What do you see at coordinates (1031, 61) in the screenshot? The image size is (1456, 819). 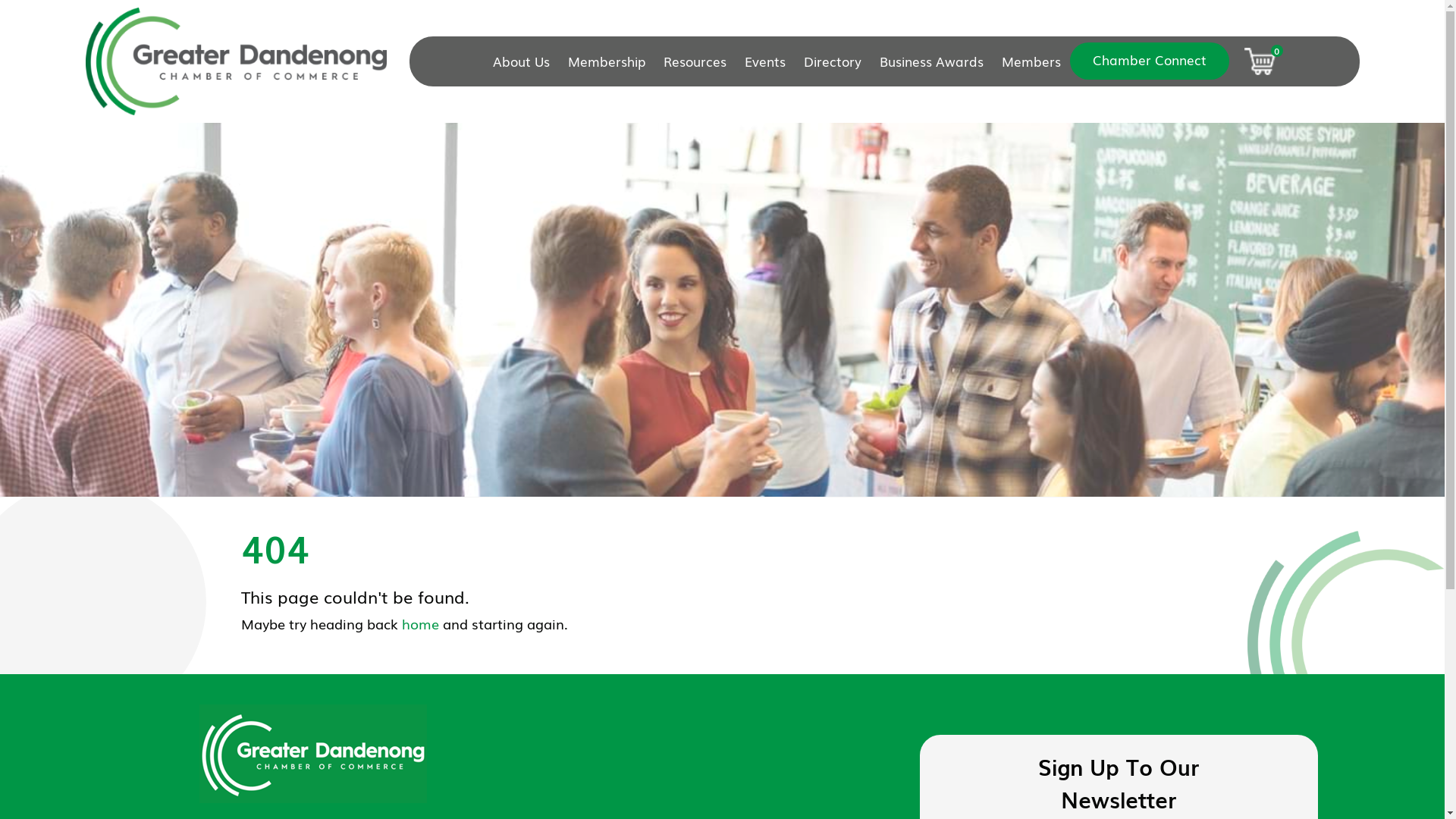 I see `'Members'` at bounding box center [1031, 61].